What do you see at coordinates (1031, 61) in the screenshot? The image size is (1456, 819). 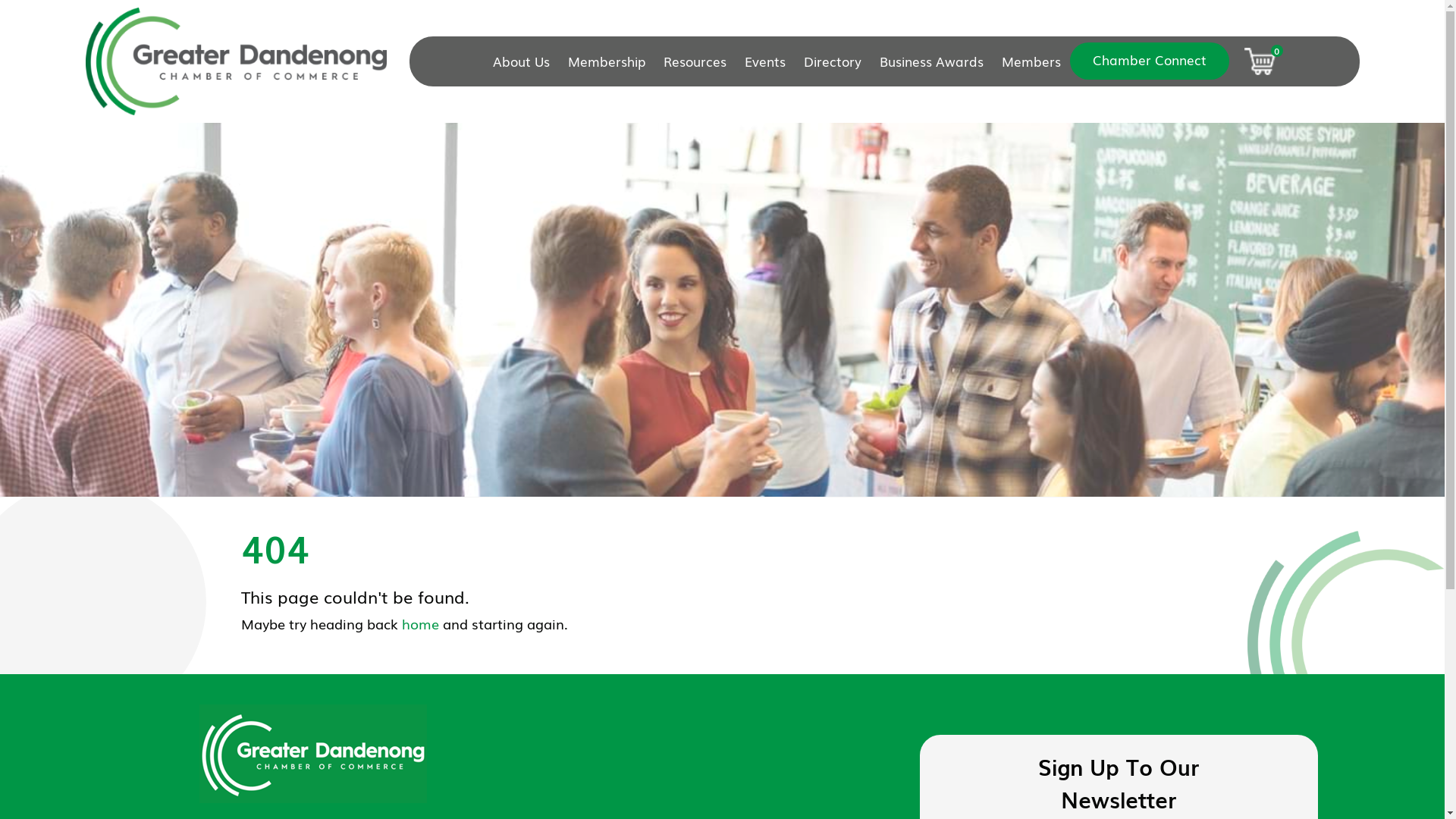 I see `'Members'` at bounding box center [1031, 61].